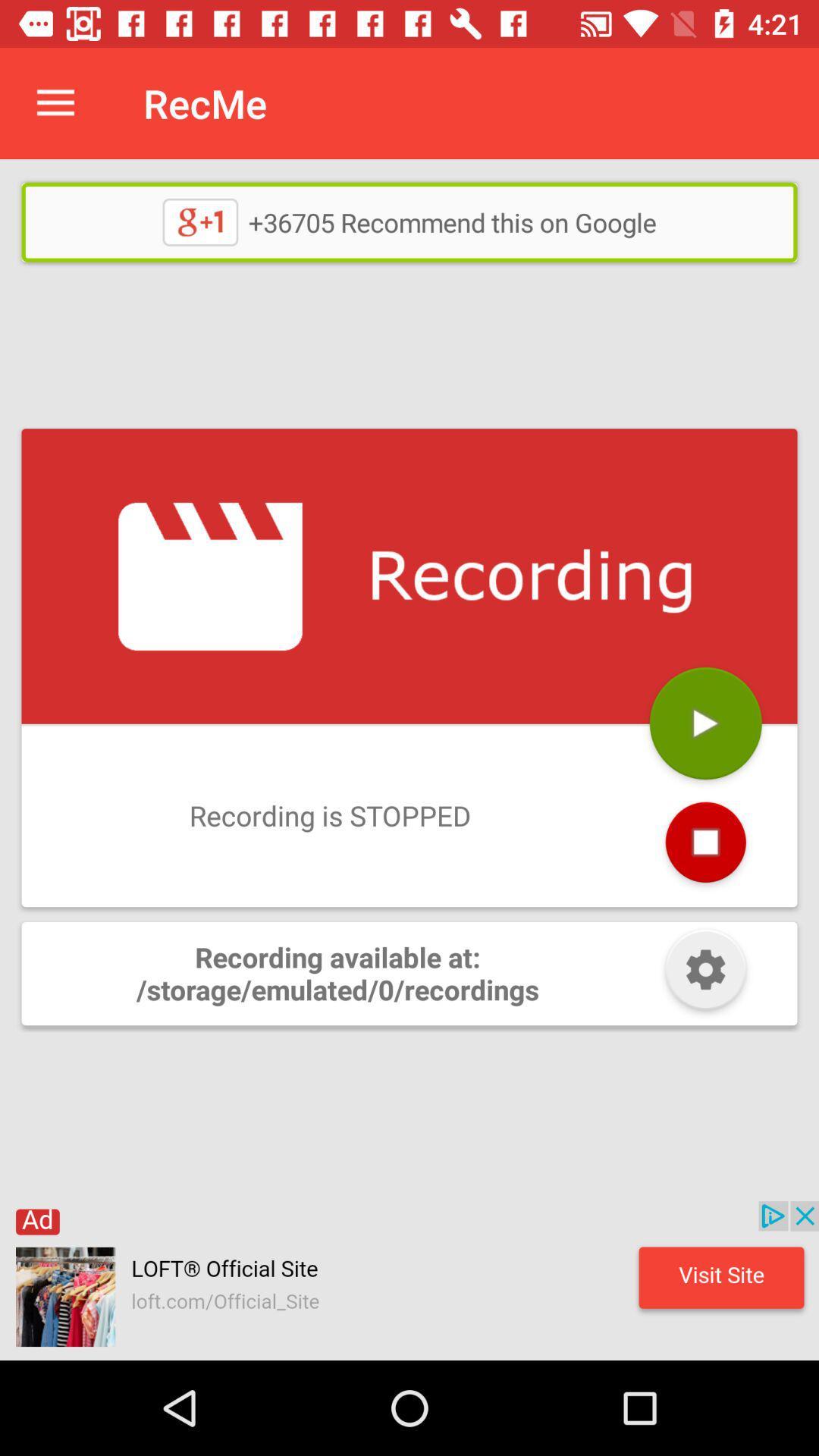 Image resolution: width=819 pixels, height=1456 pixels. What do you see at coordinates (705, 973) in the screenshot?
I see `settings` at bounding box center [705, 973].